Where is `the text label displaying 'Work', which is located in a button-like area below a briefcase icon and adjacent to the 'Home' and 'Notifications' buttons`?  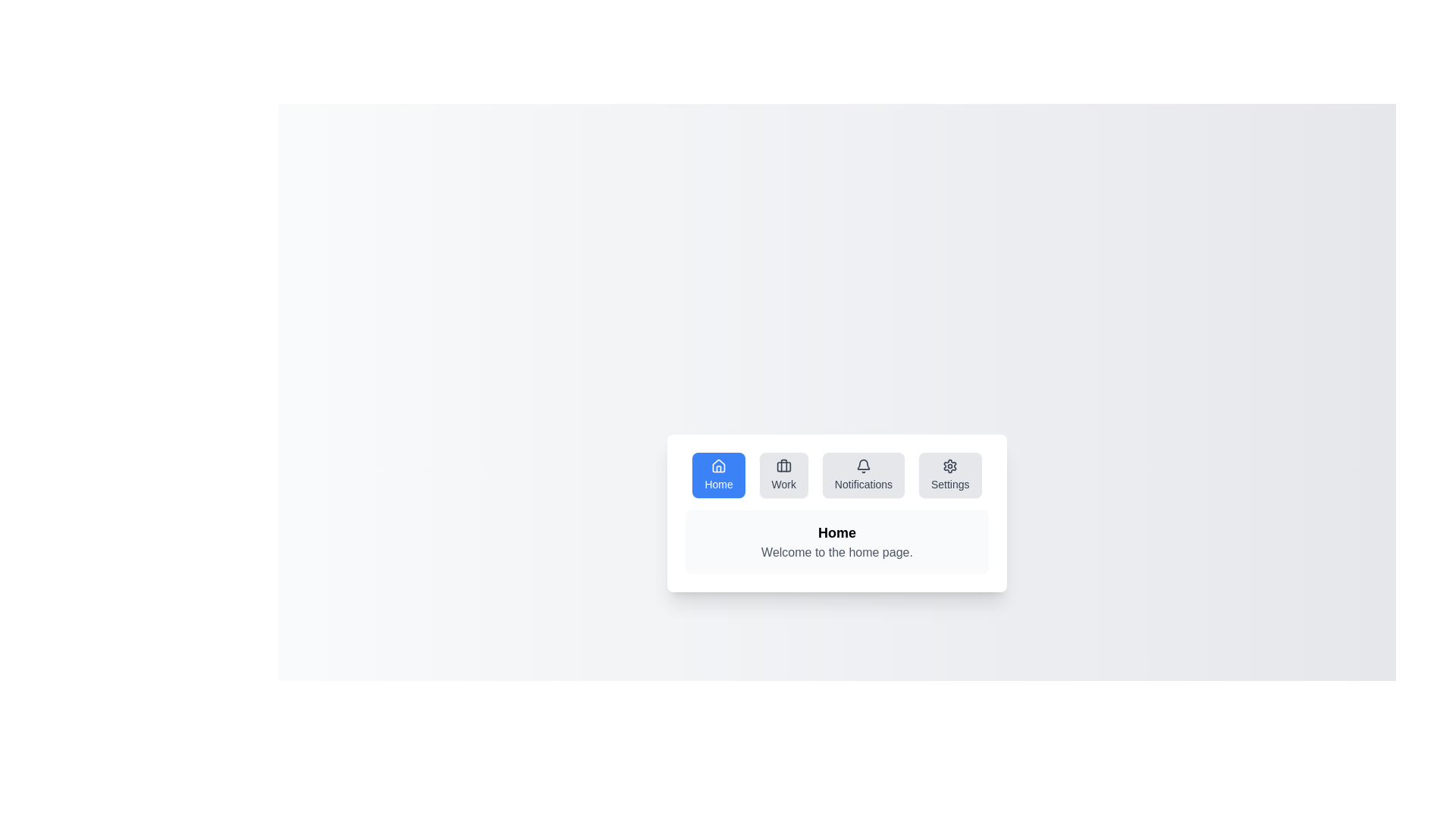
the text label displaying 'Work', which is located in a button-like area below a briefcase icon and adjacent to the 'Home' and 'Notifications' buttons is located at coordinates (783, 485).